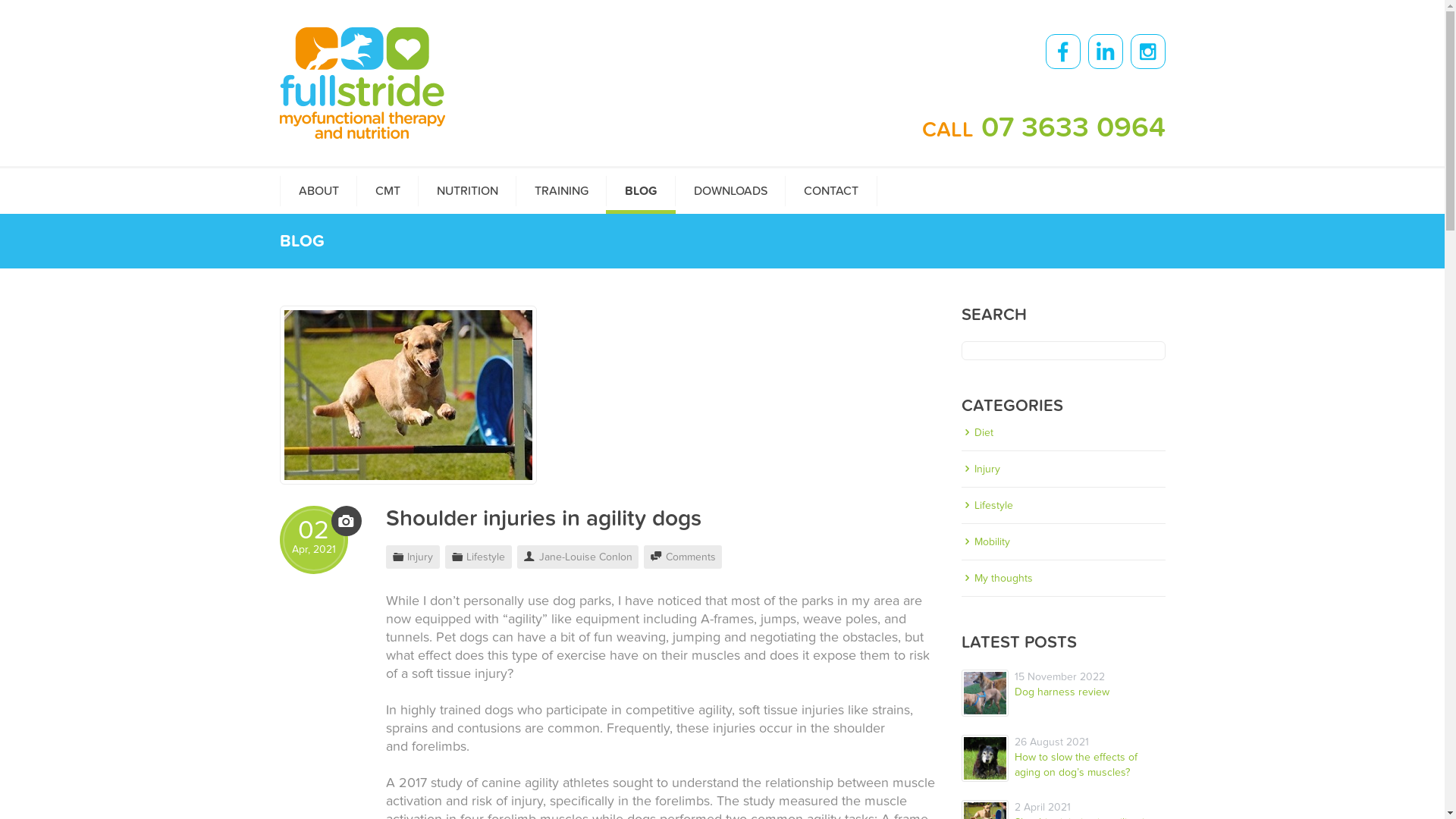  What do you see at coordinates (1062, 51) in the screenshot?
I see `'Facebook'` at bounding box center [1062, 51].